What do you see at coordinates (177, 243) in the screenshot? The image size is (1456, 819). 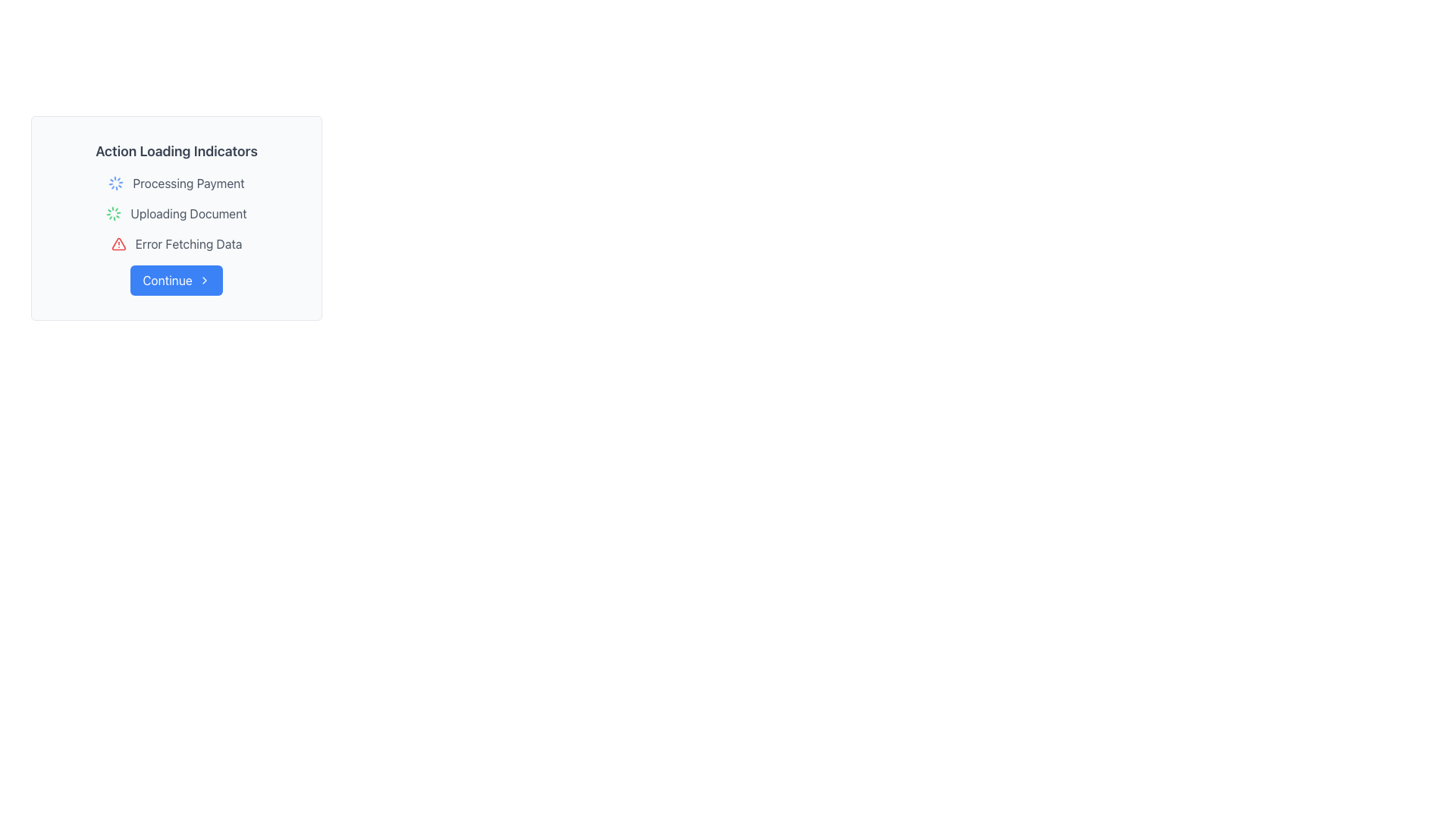 I see `the 'Error Fetching Data' label with the red triangular alert icon, which is the third error item displayed under 'Action Loading Indicators'` at bounding box center [177, 243].